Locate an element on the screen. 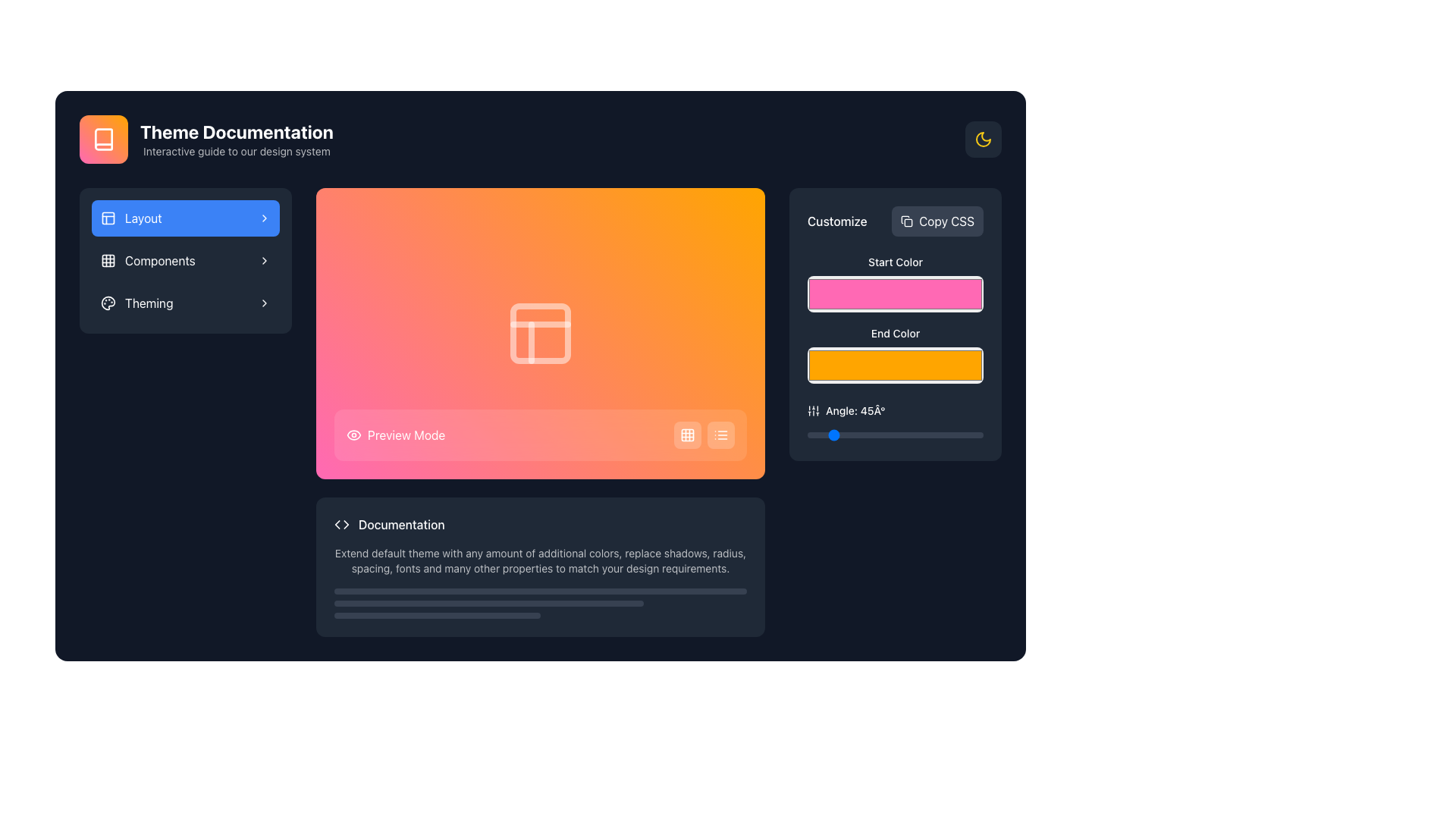 The image size is (1456, 819). the gradient customization component located in the right panel under the 'Customize' header, just below the 'Copy CSS' button, to adjust gradient properties is located at coordinates (895, 348).